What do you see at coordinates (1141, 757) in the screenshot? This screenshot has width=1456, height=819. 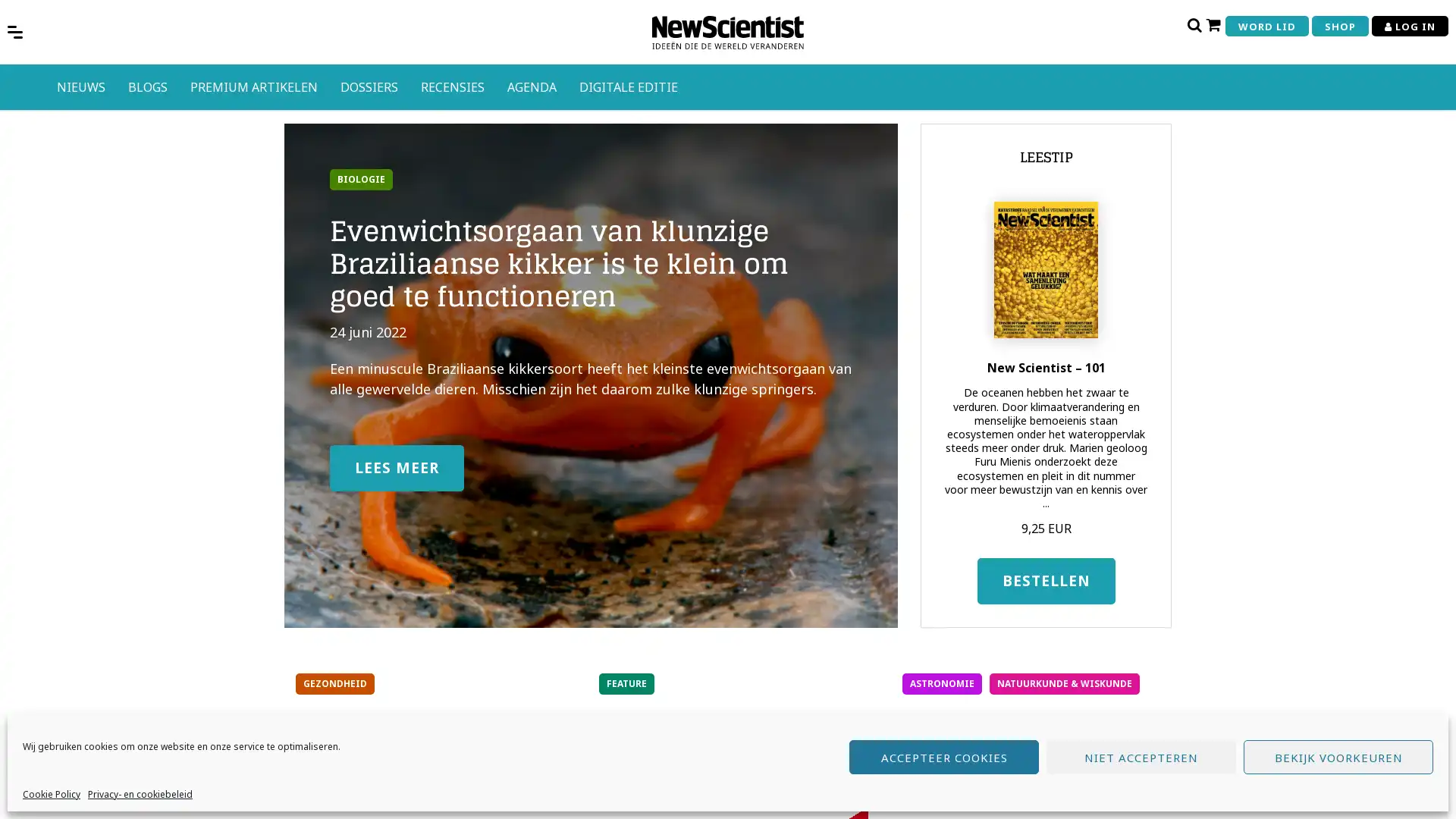 I see `NIET ACCEPTEREN` at bounding box center [1141, 757].